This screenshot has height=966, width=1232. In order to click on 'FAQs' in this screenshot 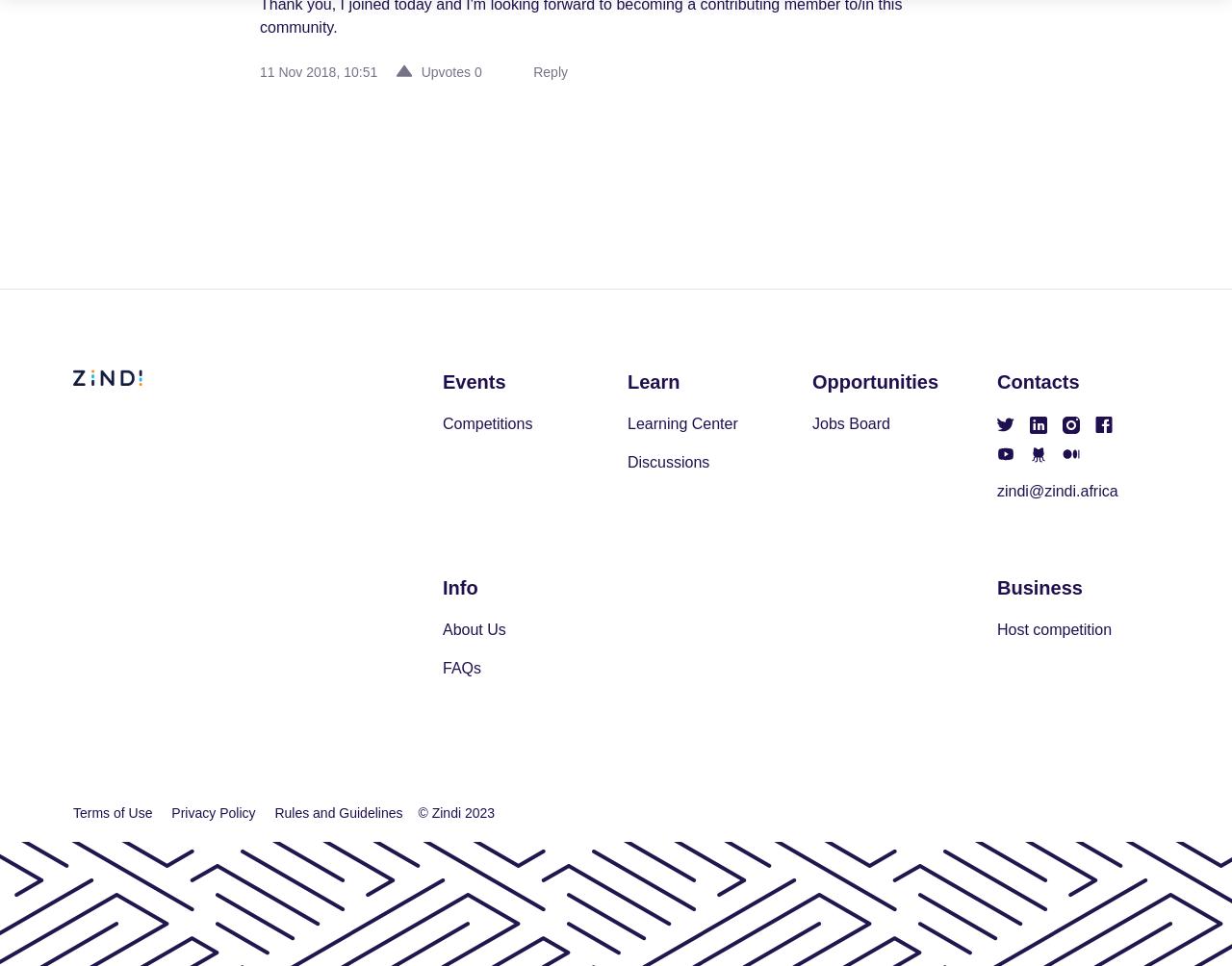, I will do `click(442, 667)`.